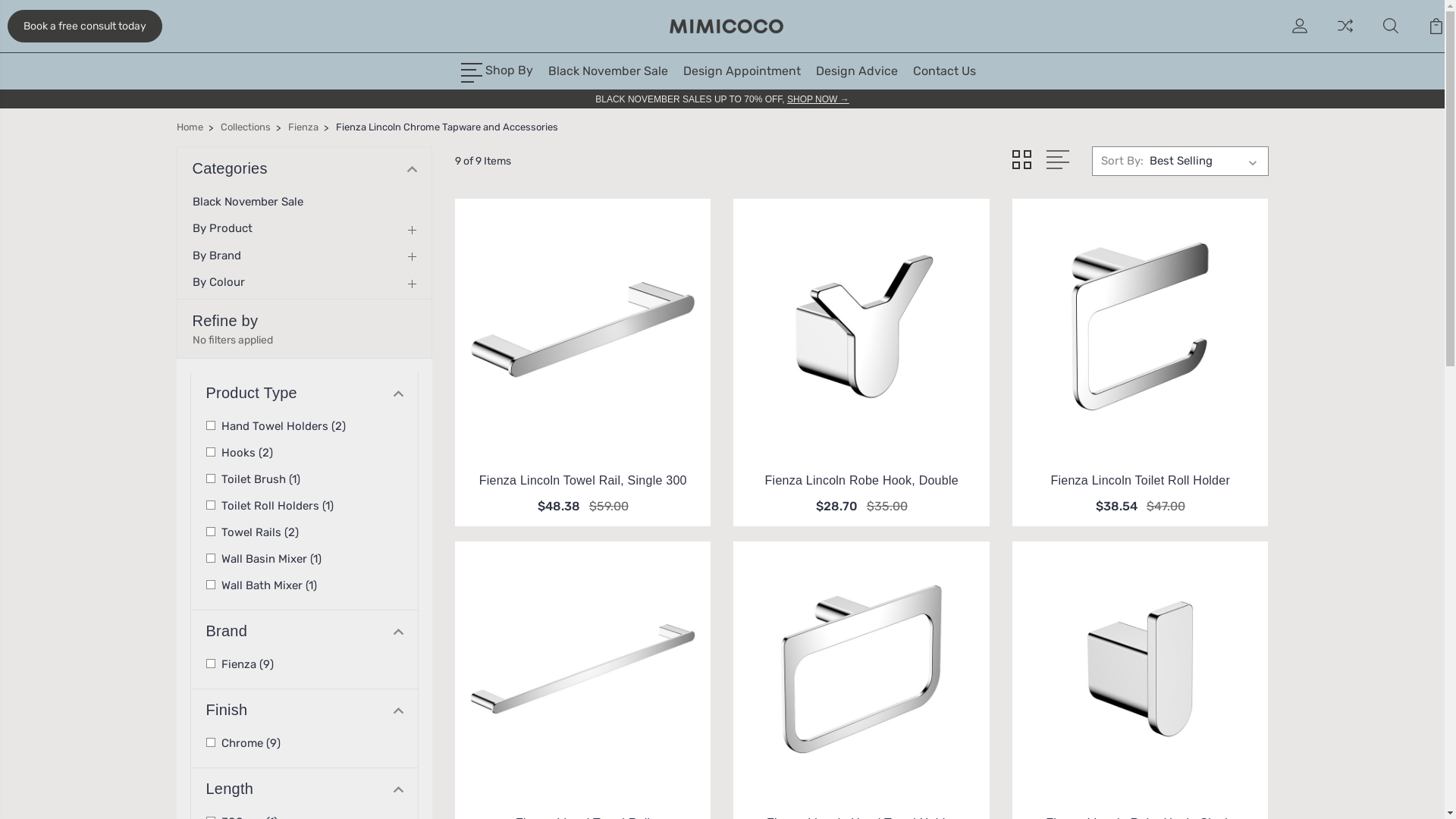 The image size is (1456, 819). Describe the element at coordinates (303, 126) in the screenshot. I see `'Fienza'` at that location.